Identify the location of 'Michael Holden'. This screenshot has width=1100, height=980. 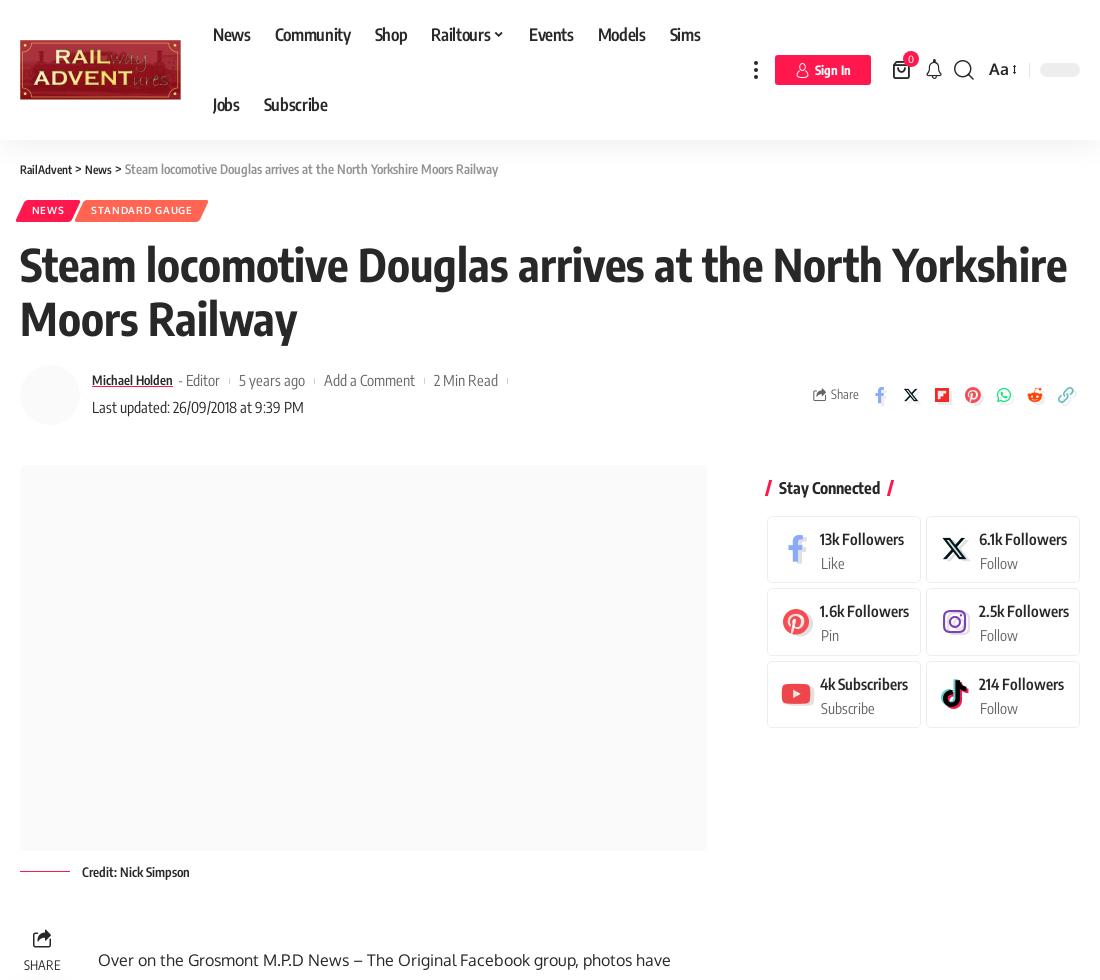
(91, 385).